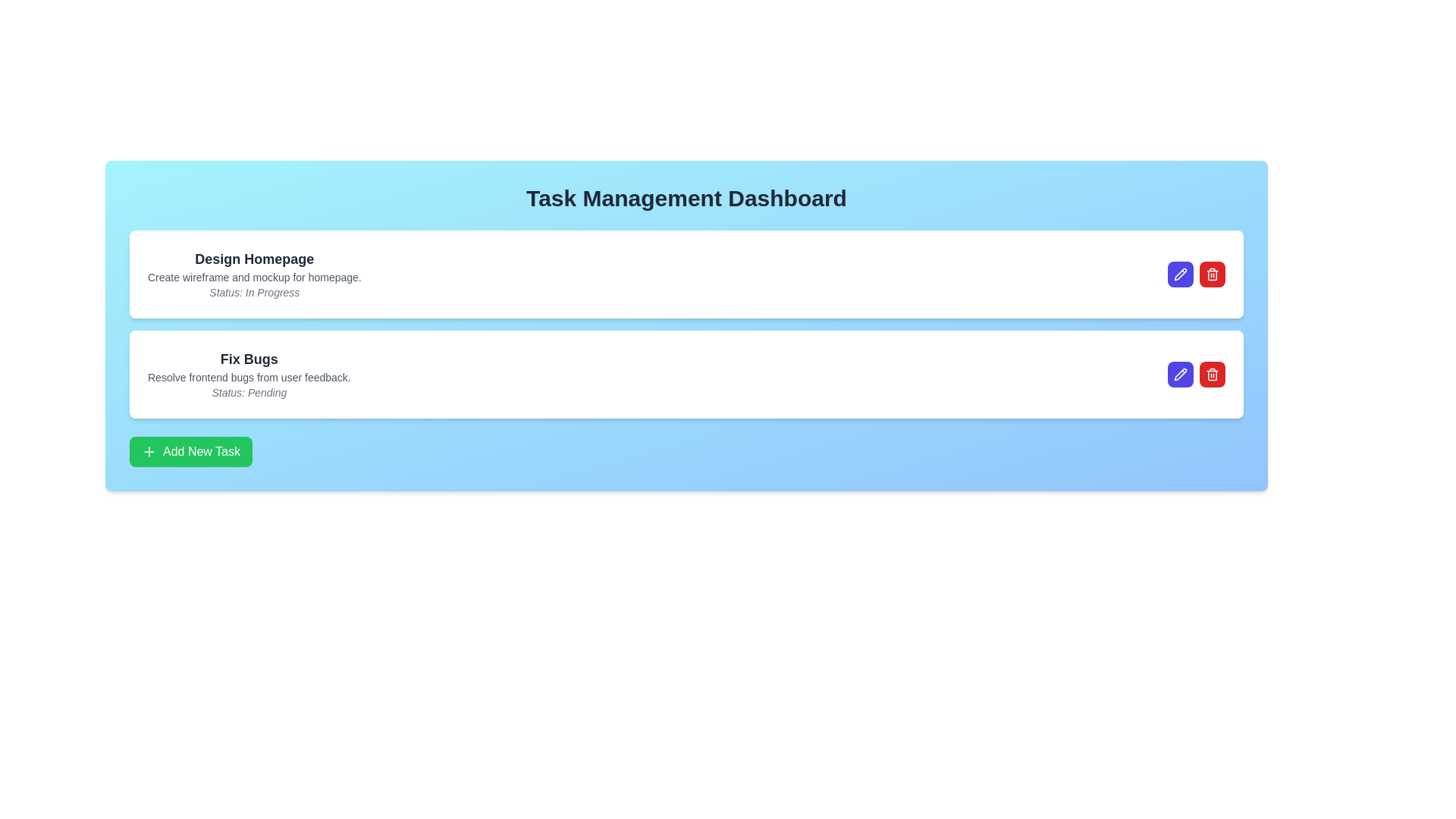 This screenshot has width=1456, height=819. I want to click on the delete button located to the right of the blue edit button in the top-right corner of the task card, so click(1211, 374).